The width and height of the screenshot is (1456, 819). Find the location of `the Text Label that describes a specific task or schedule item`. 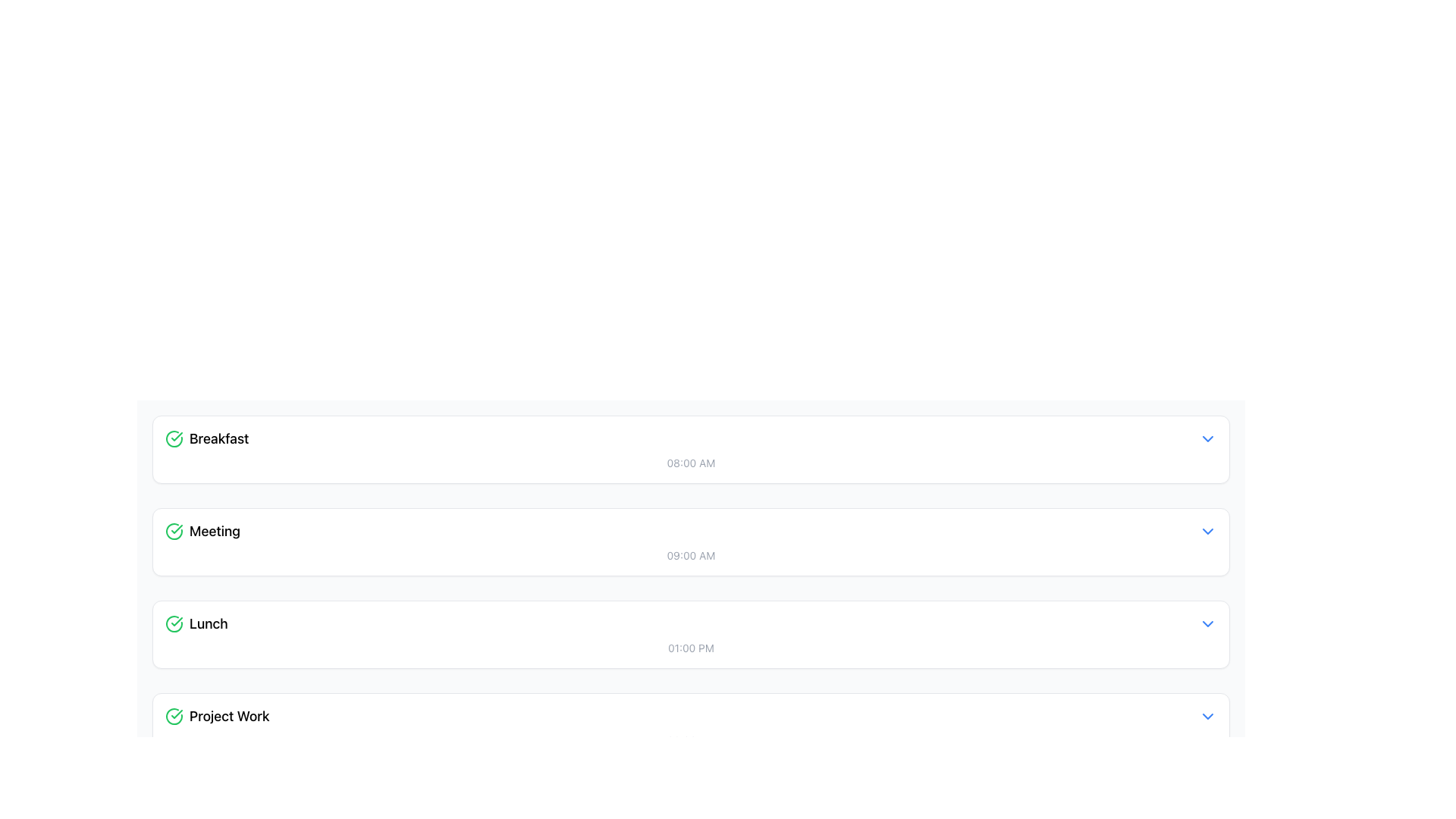

the Text Label that describes a specific task or schedule item is located at coordinates (228, 717).